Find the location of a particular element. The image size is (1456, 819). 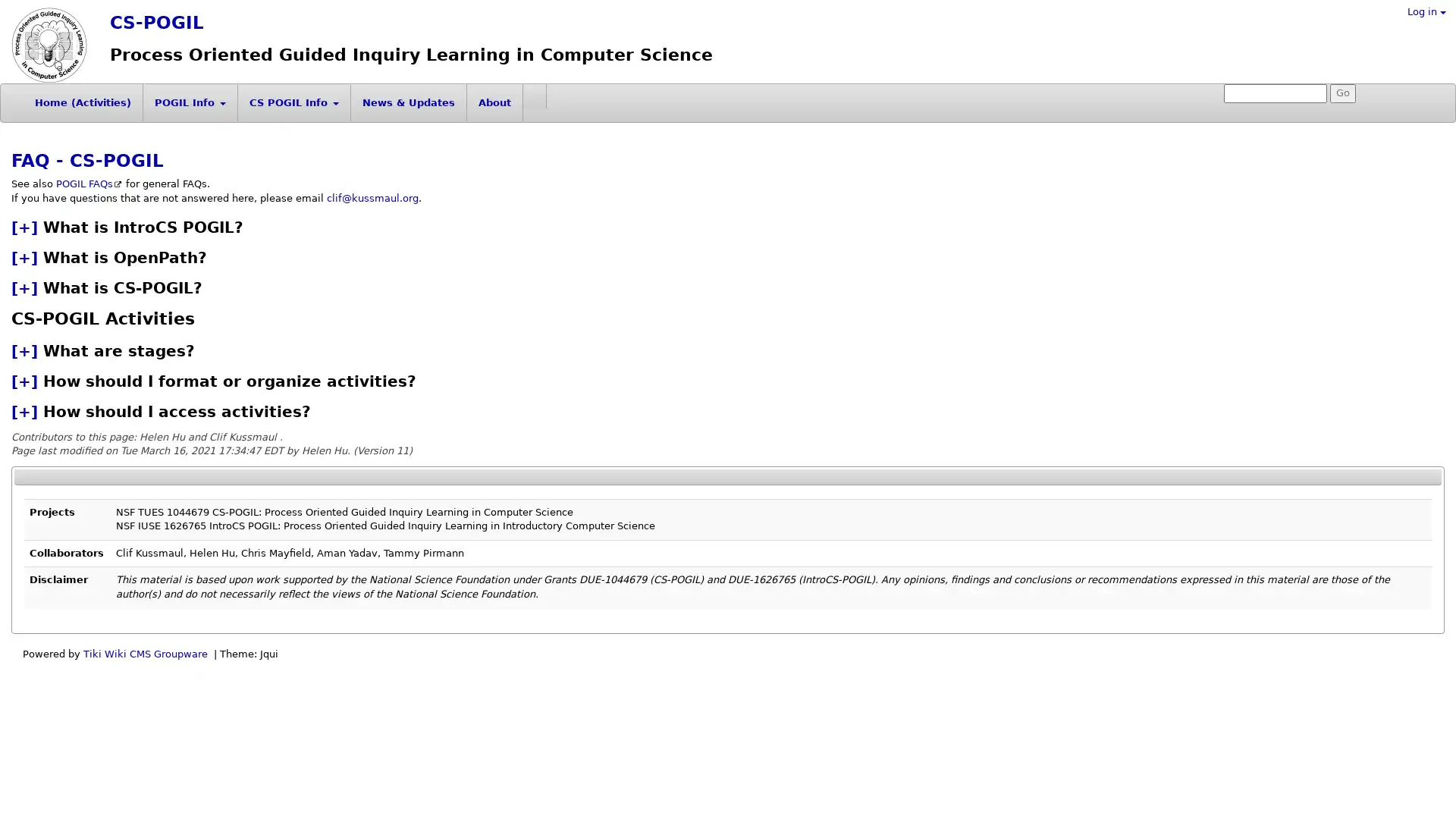

Go is located at coordinates (1343, 93).